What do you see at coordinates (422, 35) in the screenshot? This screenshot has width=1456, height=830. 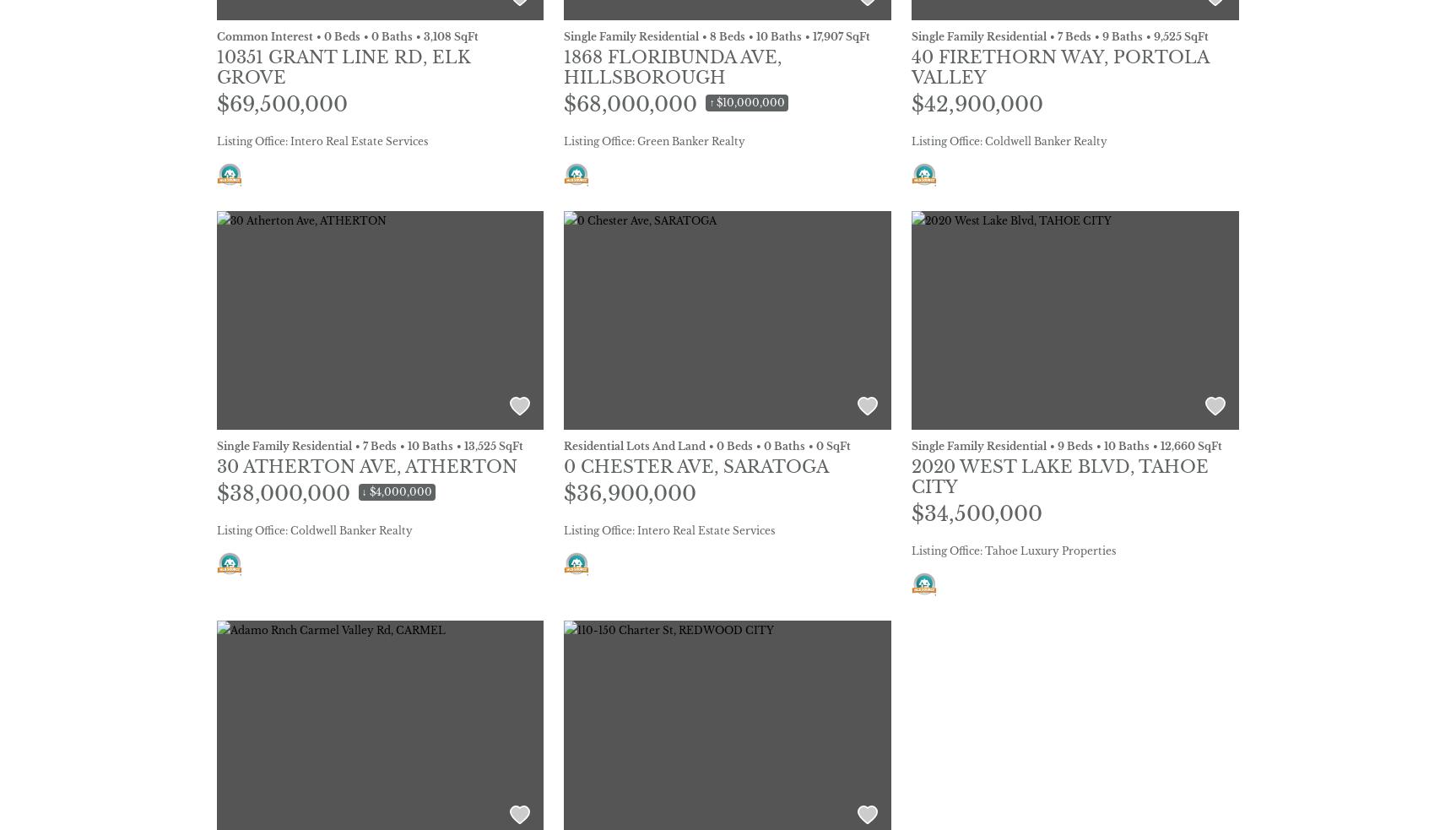 I see `'3,108
                SqFt'` at bounding box center [422, 35].